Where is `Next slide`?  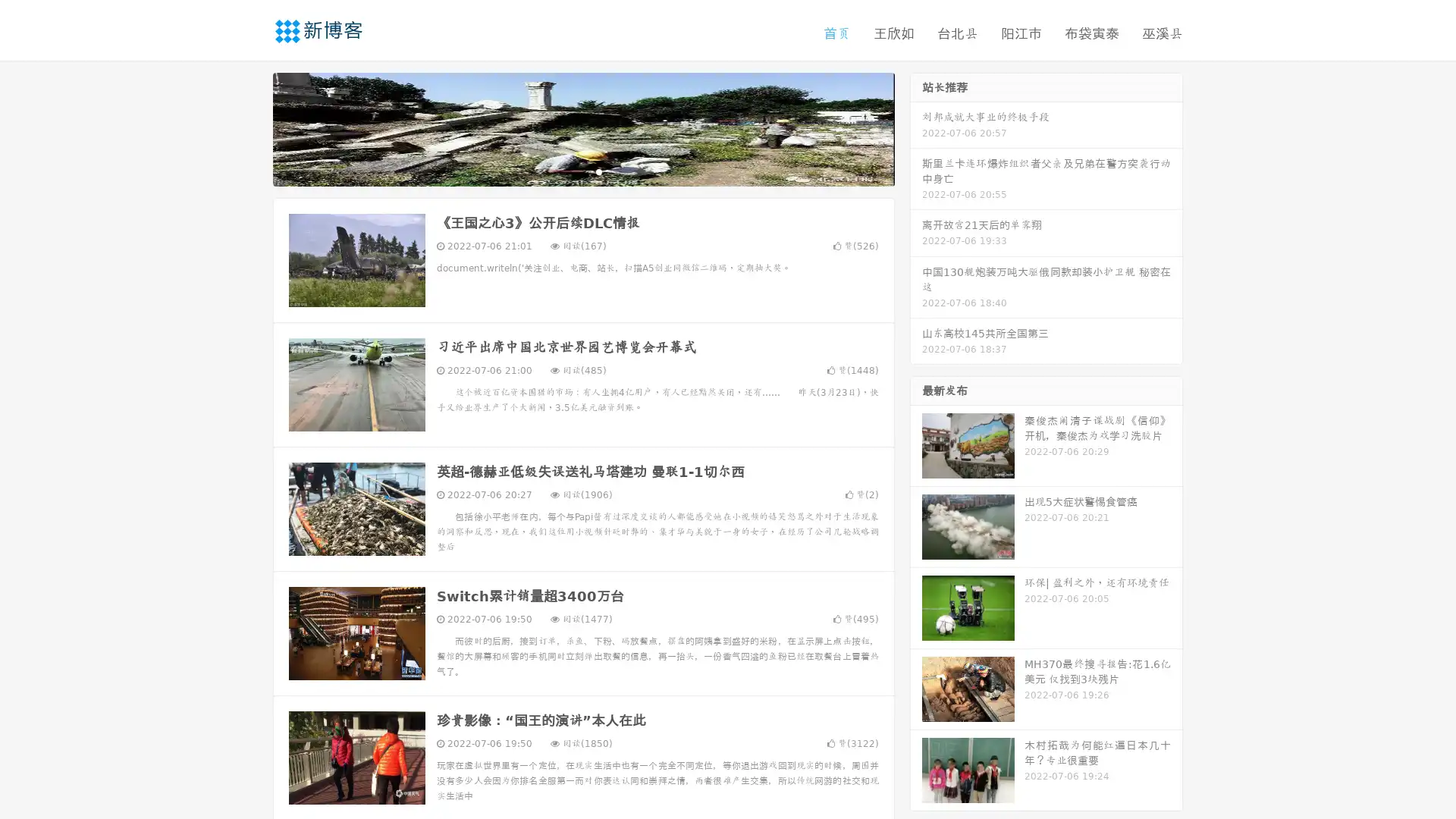 Next slide is located at coordinates (916, 127).